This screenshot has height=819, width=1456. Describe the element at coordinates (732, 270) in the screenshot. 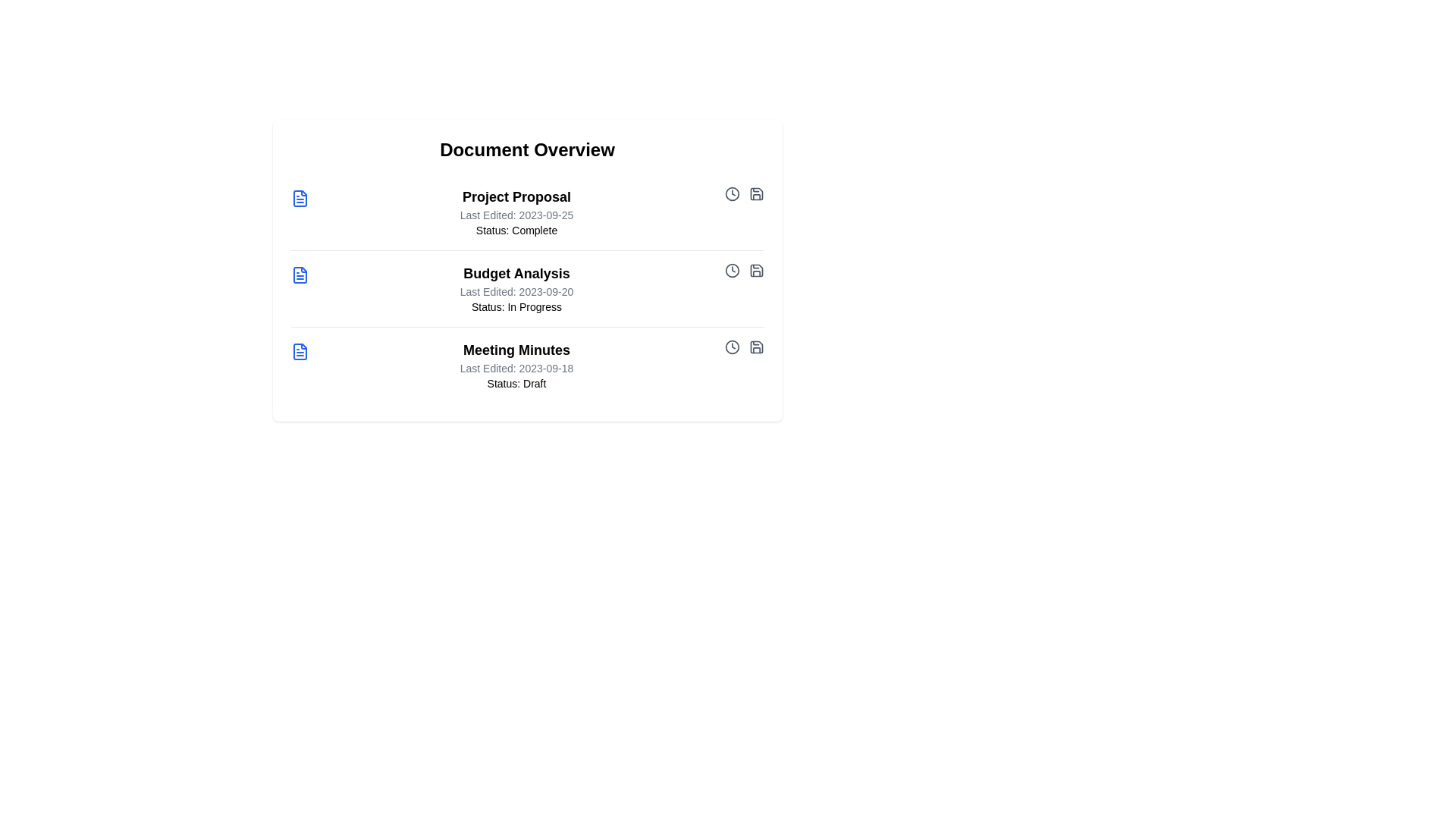

I see `the status icon of Budget Analysis to interact with its status` at that location.